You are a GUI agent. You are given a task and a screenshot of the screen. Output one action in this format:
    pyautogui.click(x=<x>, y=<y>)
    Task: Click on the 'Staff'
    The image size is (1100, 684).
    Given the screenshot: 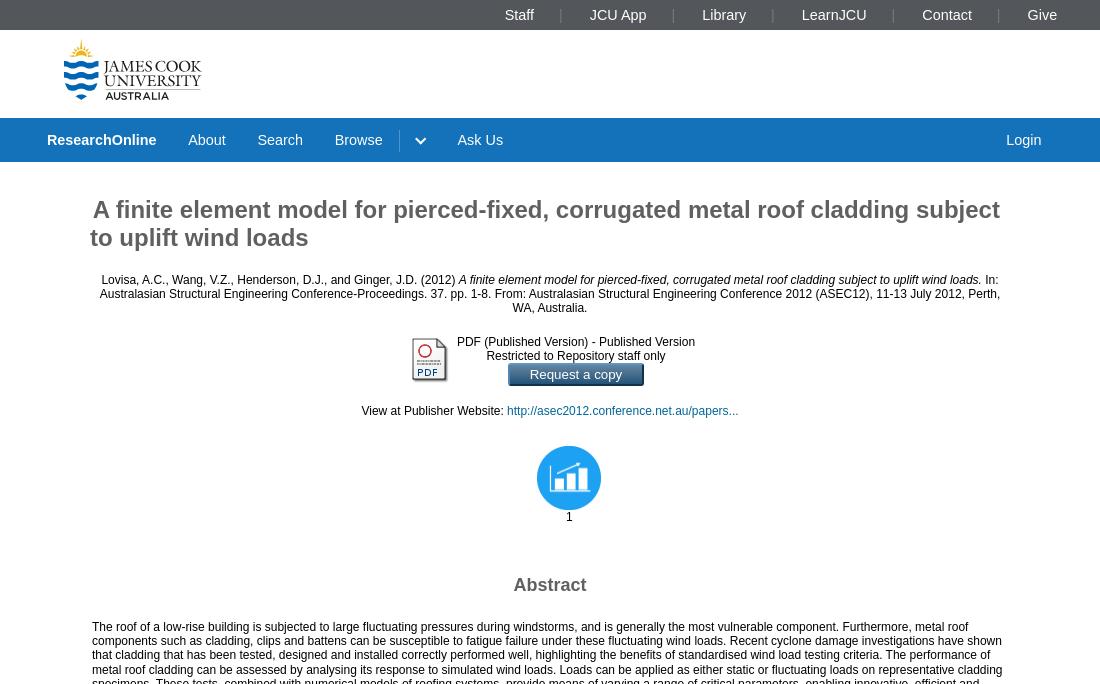 What is the action you would take?
    pyautogui.click(x=518, y=13)
    